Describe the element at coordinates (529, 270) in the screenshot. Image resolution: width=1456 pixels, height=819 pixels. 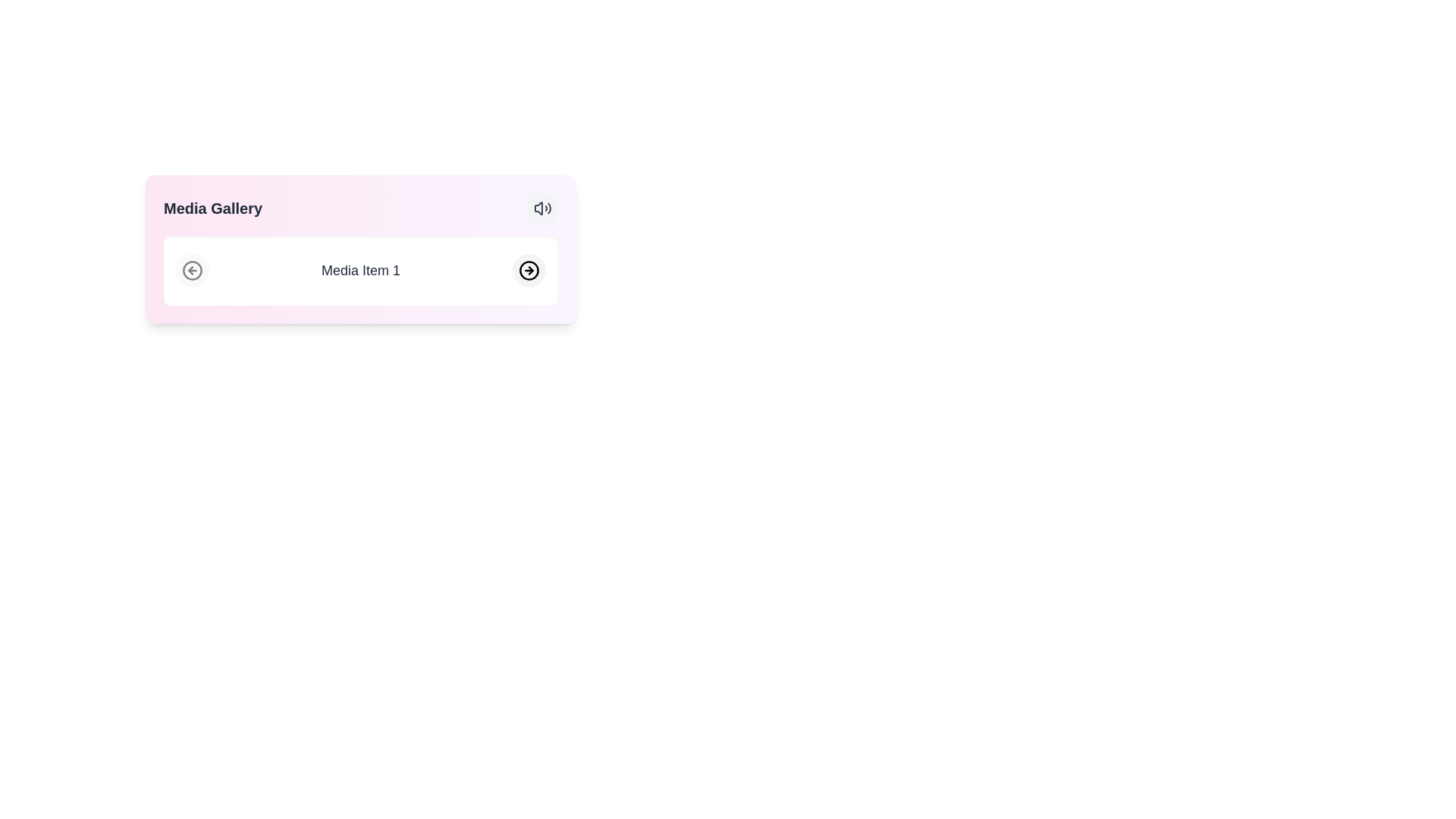
I see `the navigation button with an icon located on the right side of 'Media Item 1'` at that location.